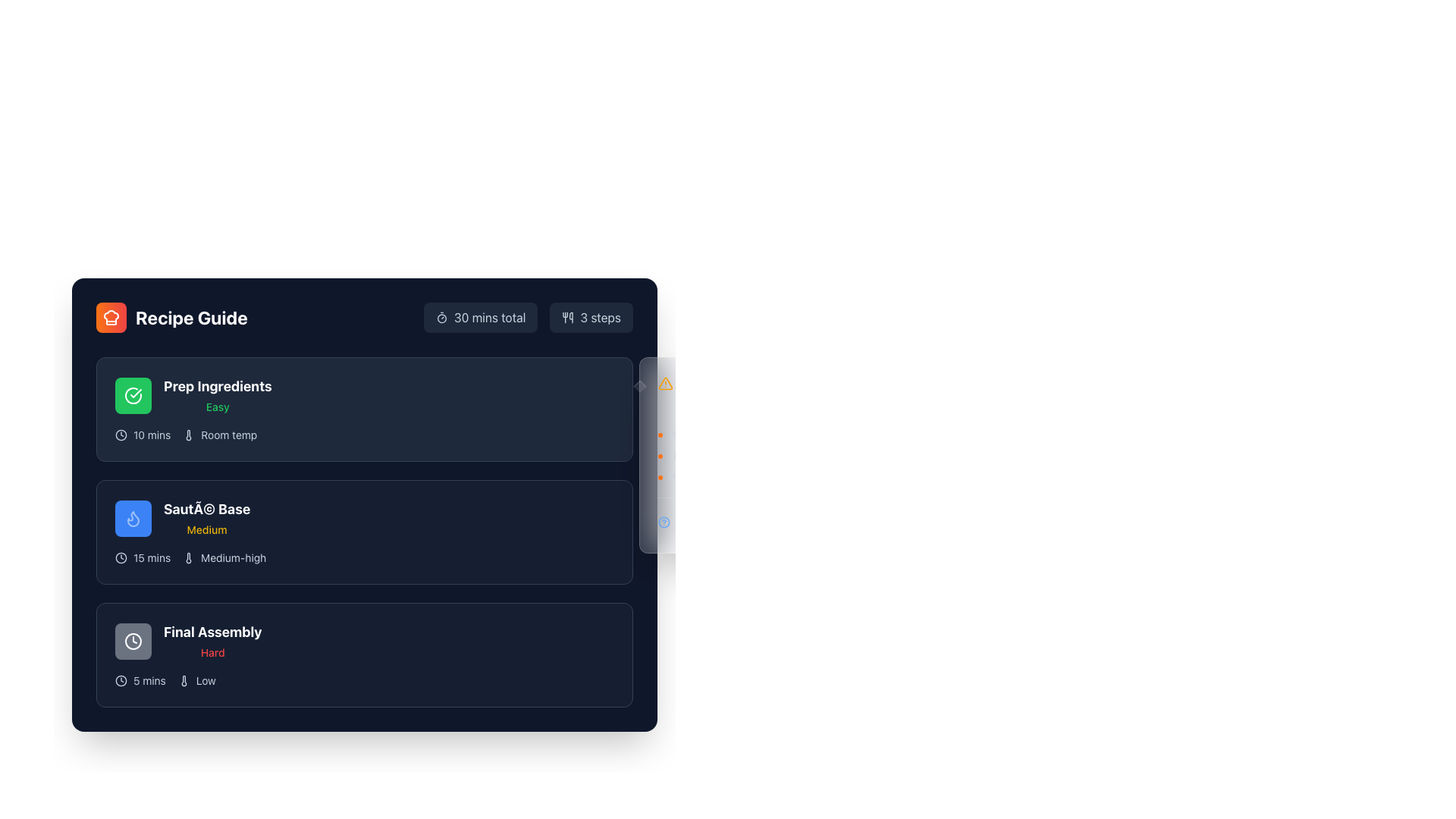  I want to click on the 'Final Assembly' text in the list item, which is the third element in the vertical list and has bold, white text aligned with a gray circular icon, so click(187, 641).